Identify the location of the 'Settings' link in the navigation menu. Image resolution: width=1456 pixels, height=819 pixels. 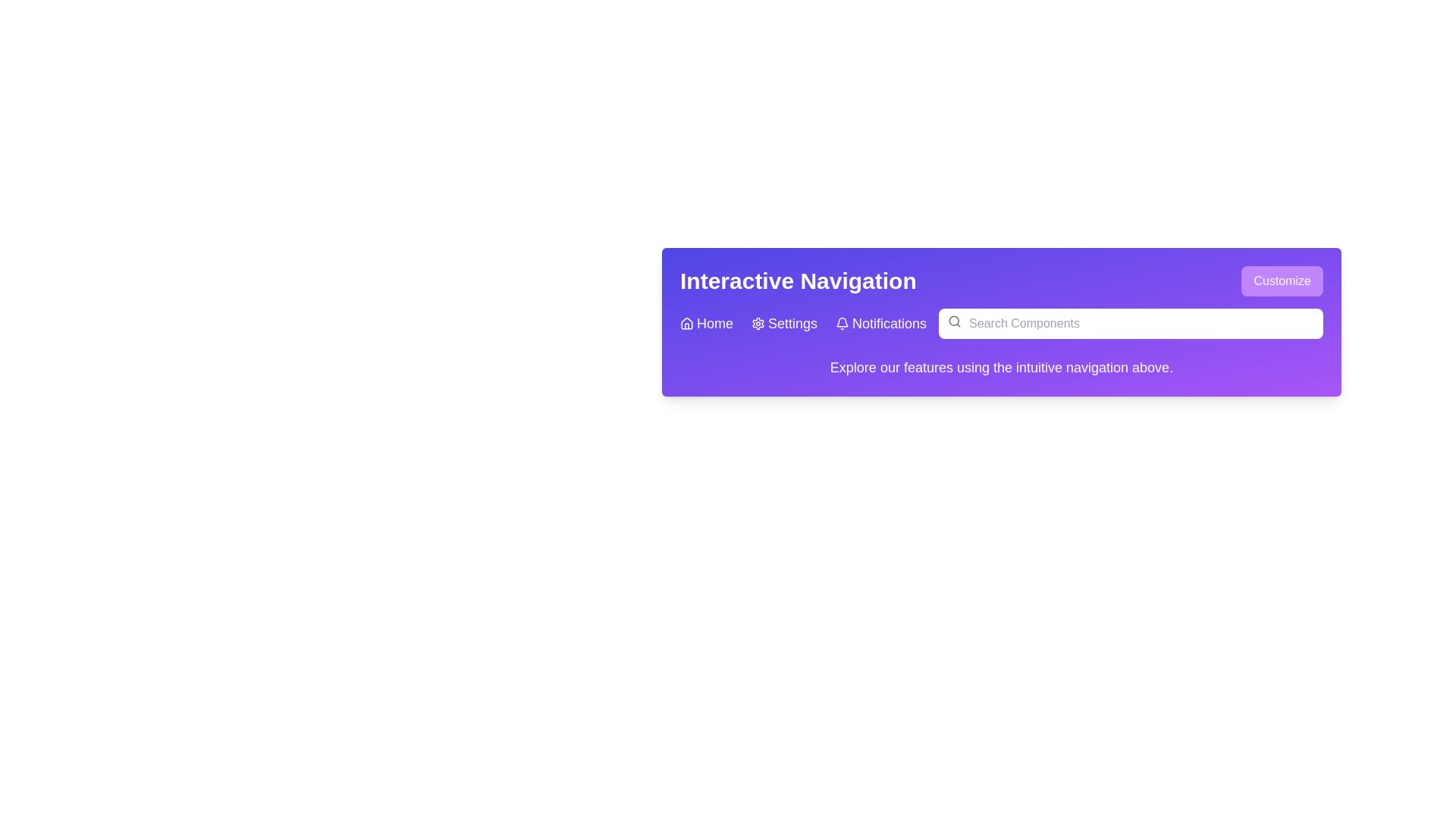
(784, 323).